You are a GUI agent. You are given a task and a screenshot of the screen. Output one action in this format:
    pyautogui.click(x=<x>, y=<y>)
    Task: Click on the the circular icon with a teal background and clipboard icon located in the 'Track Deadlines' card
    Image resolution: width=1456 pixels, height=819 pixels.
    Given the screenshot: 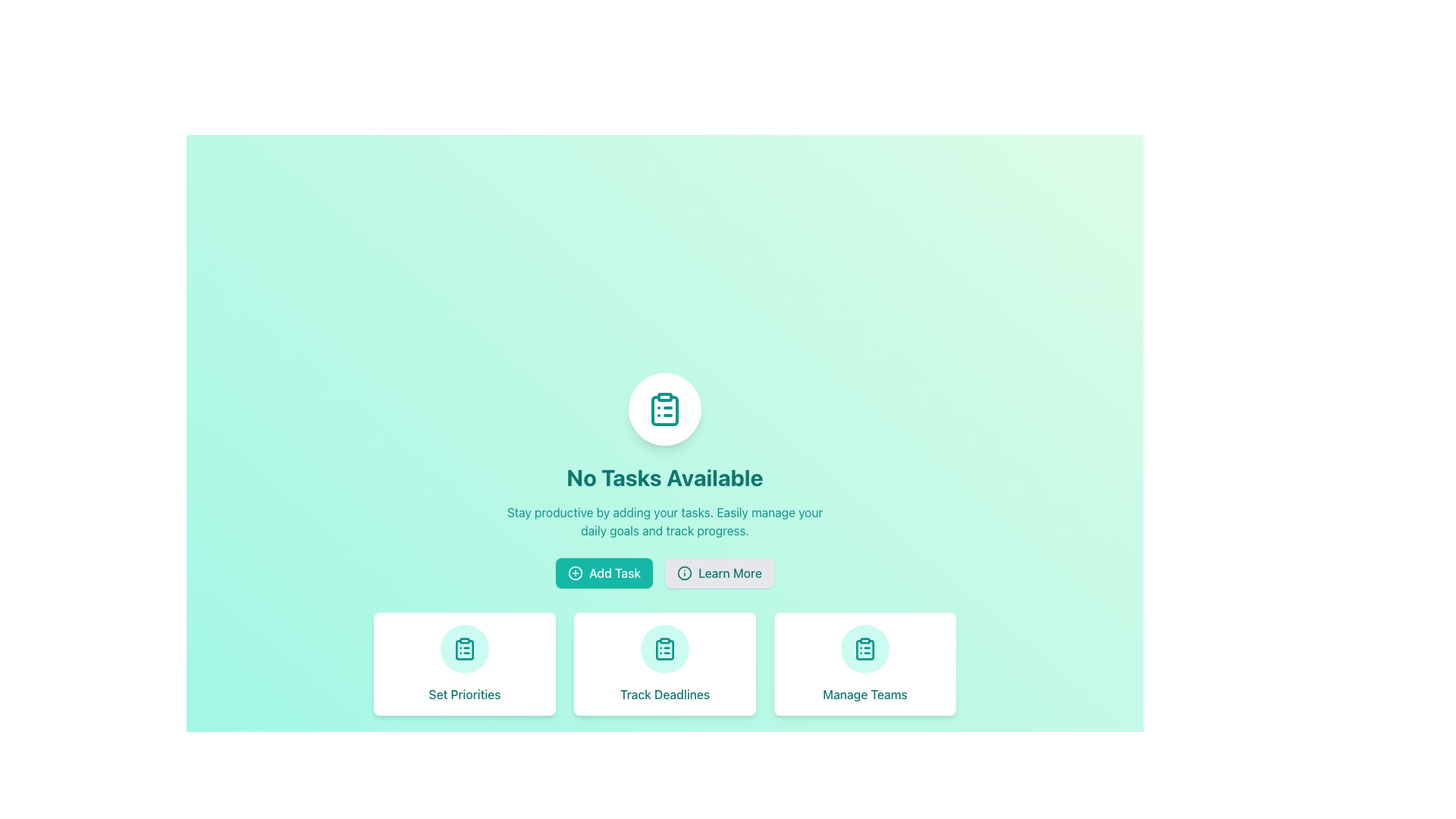 What is the action you would take?
    pyautogui.click(x=665, y=648)
    